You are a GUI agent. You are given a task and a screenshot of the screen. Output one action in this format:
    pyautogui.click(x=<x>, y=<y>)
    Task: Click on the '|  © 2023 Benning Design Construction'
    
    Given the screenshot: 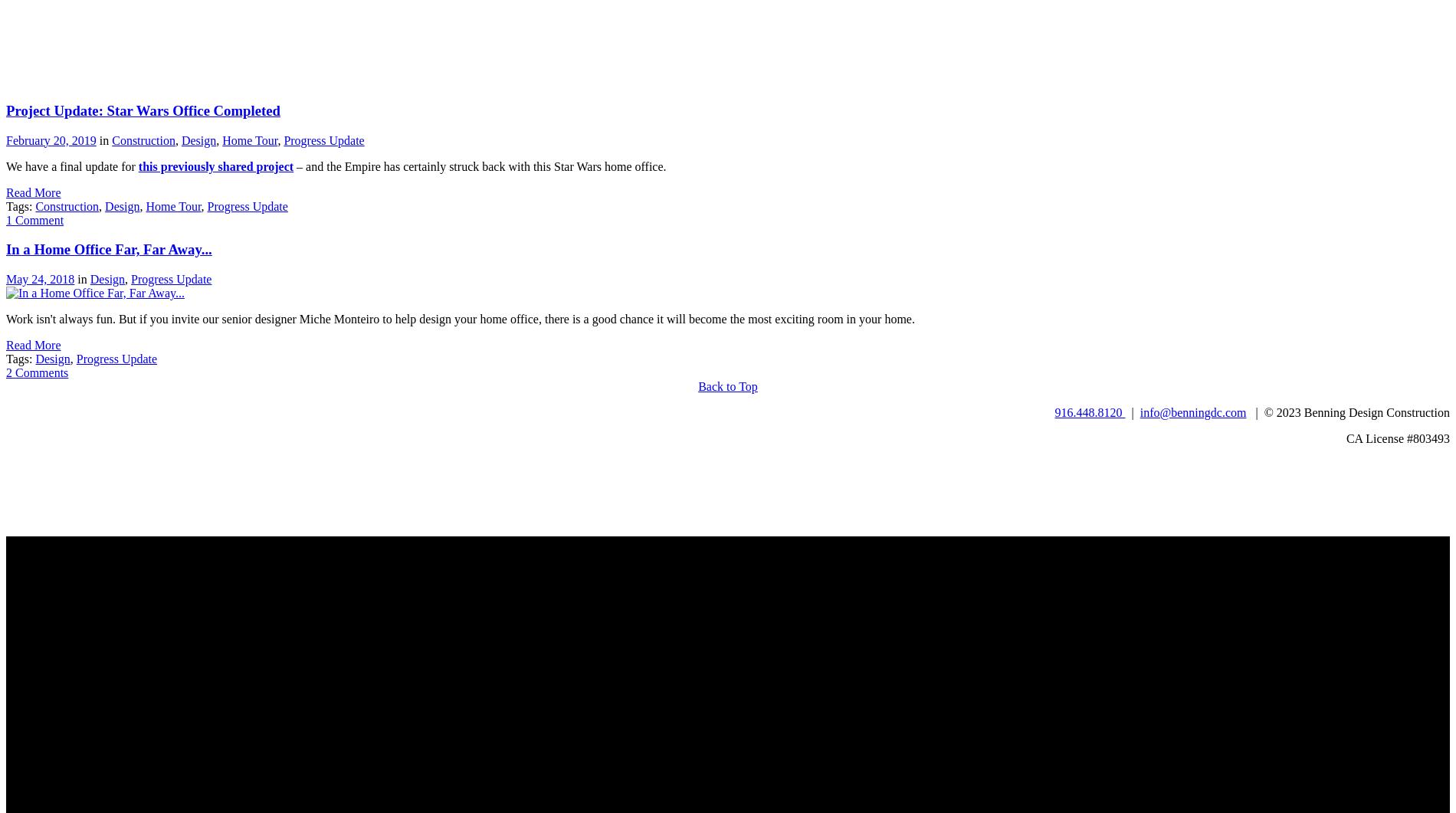 What is the action you would take?
    pyautogui.click(x=1347, y=411)
    